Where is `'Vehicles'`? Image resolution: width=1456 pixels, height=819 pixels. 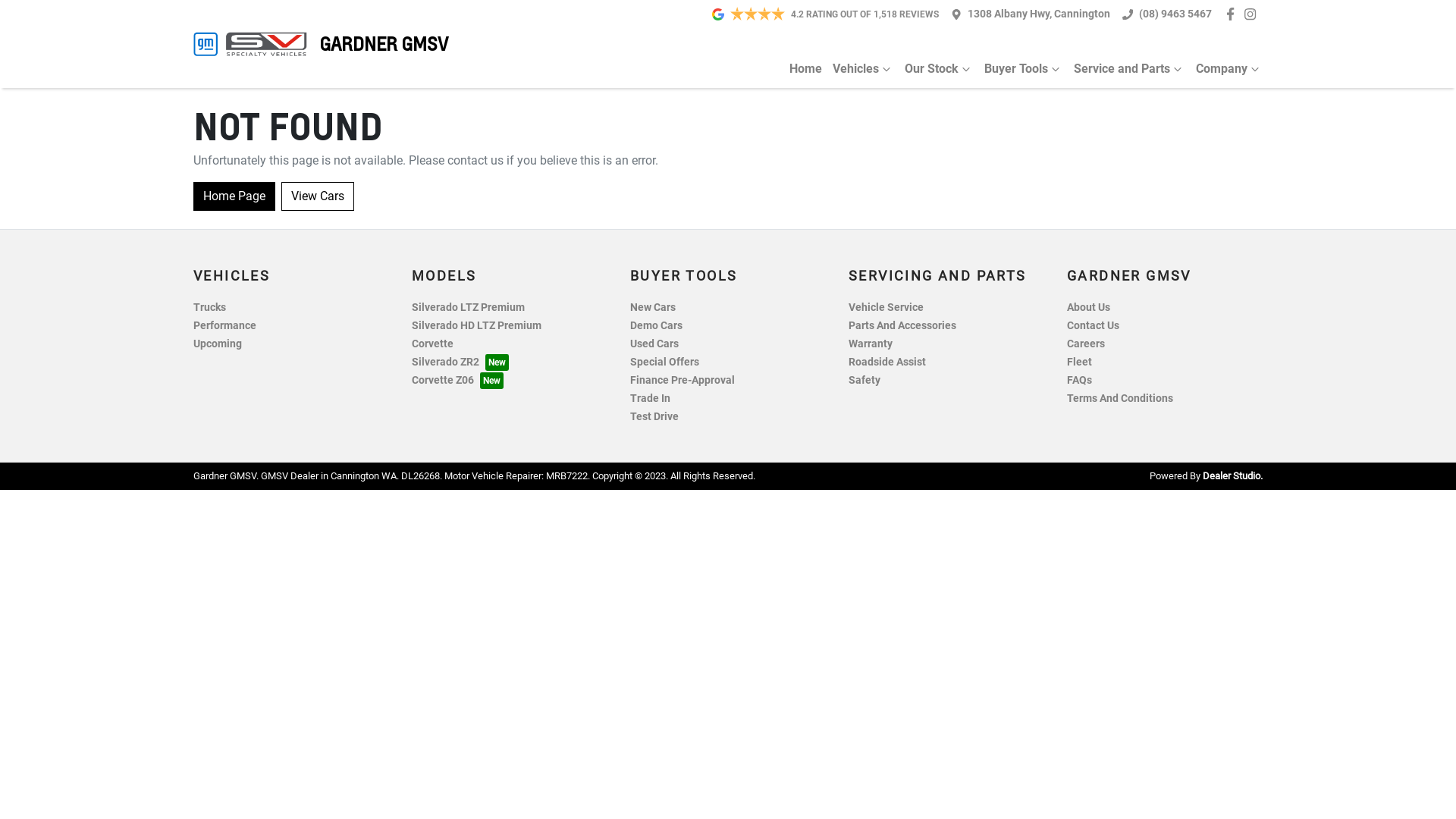 'Vehicles' is located at coordinates (858, 69).